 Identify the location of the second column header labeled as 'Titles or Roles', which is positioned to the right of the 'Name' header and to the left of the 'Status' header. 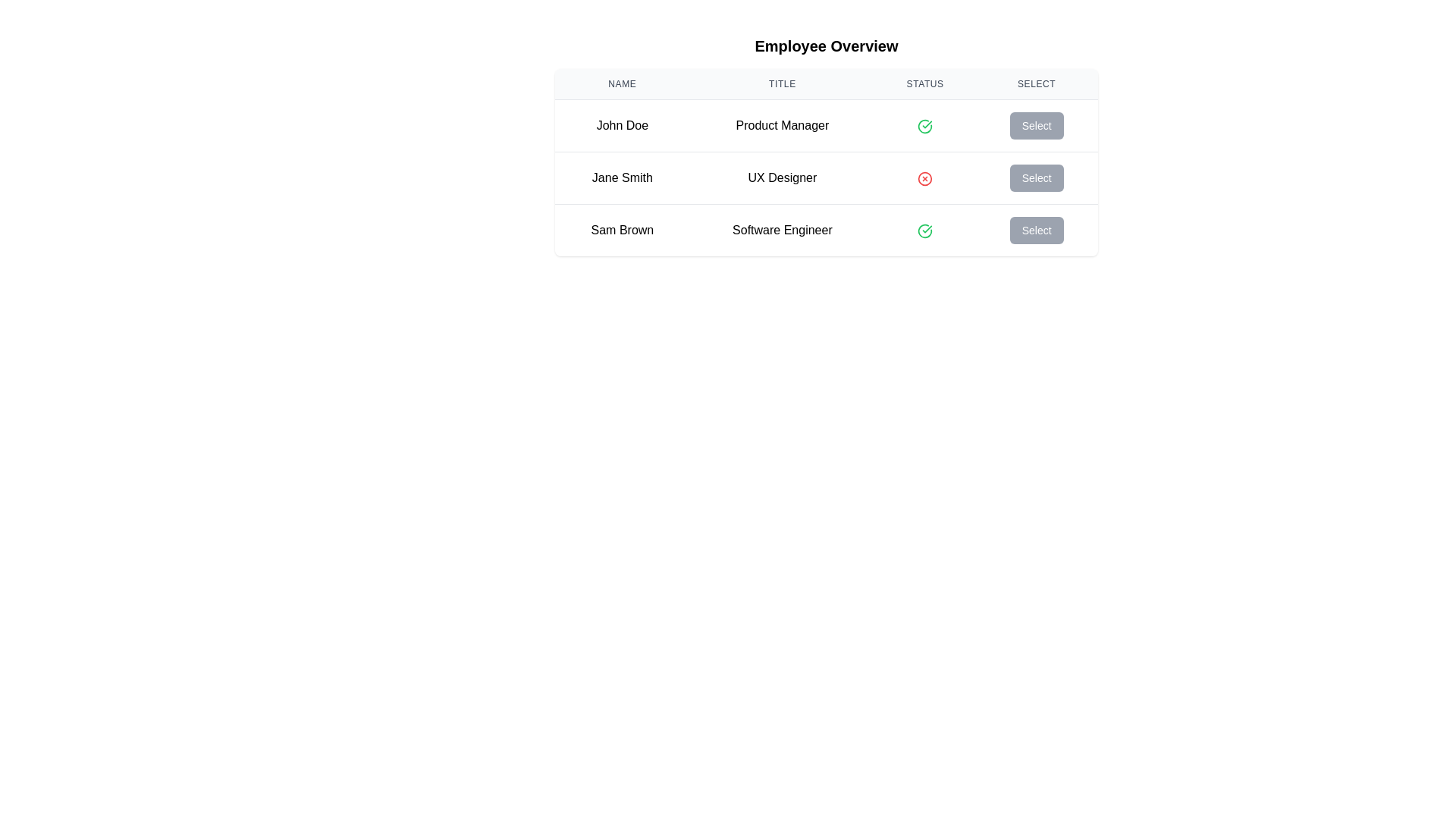
(783, 84).